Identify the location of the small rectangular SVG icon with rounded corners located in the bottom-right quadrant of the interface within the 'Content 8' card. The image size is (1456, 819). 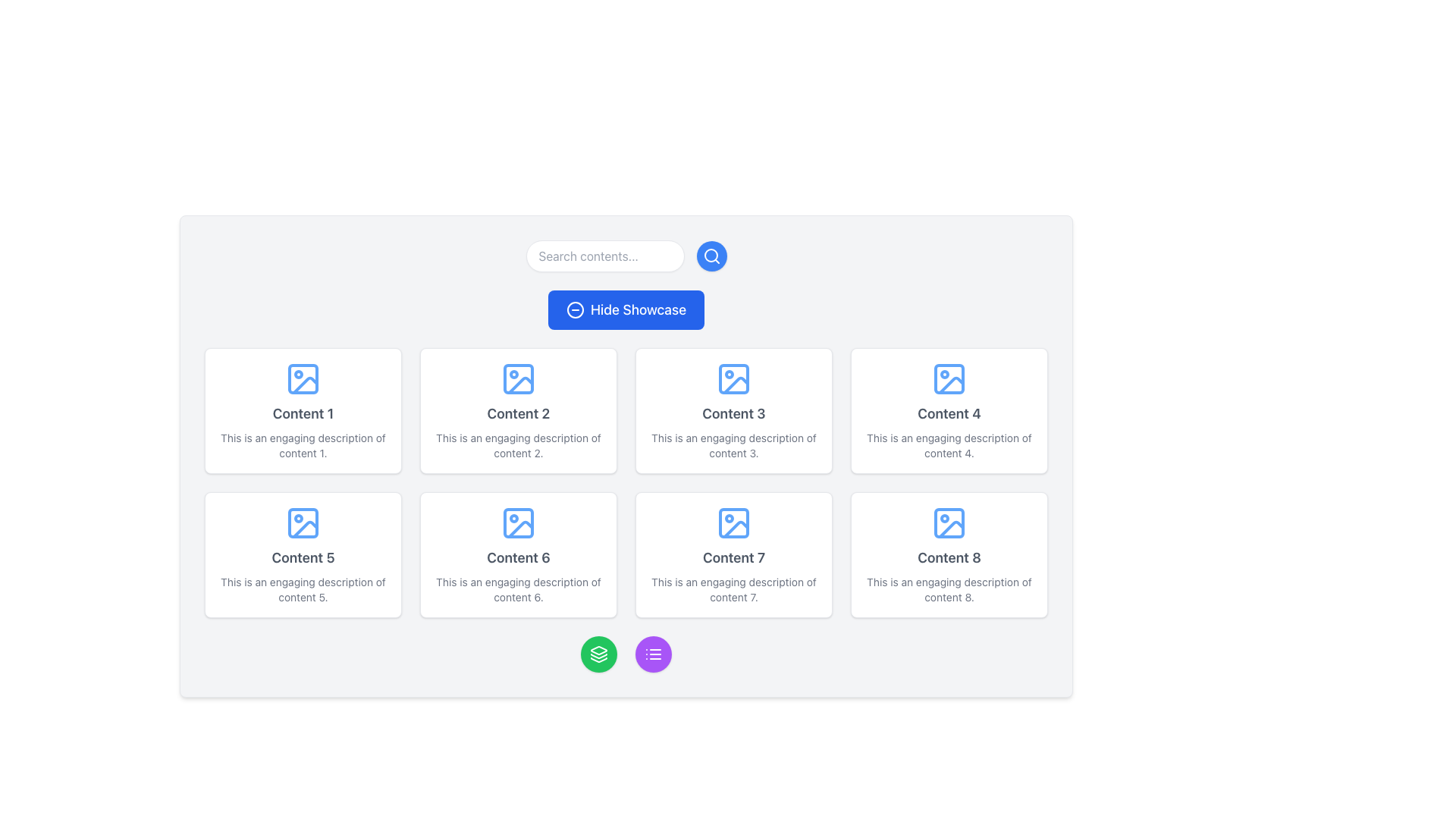
(949, 522).